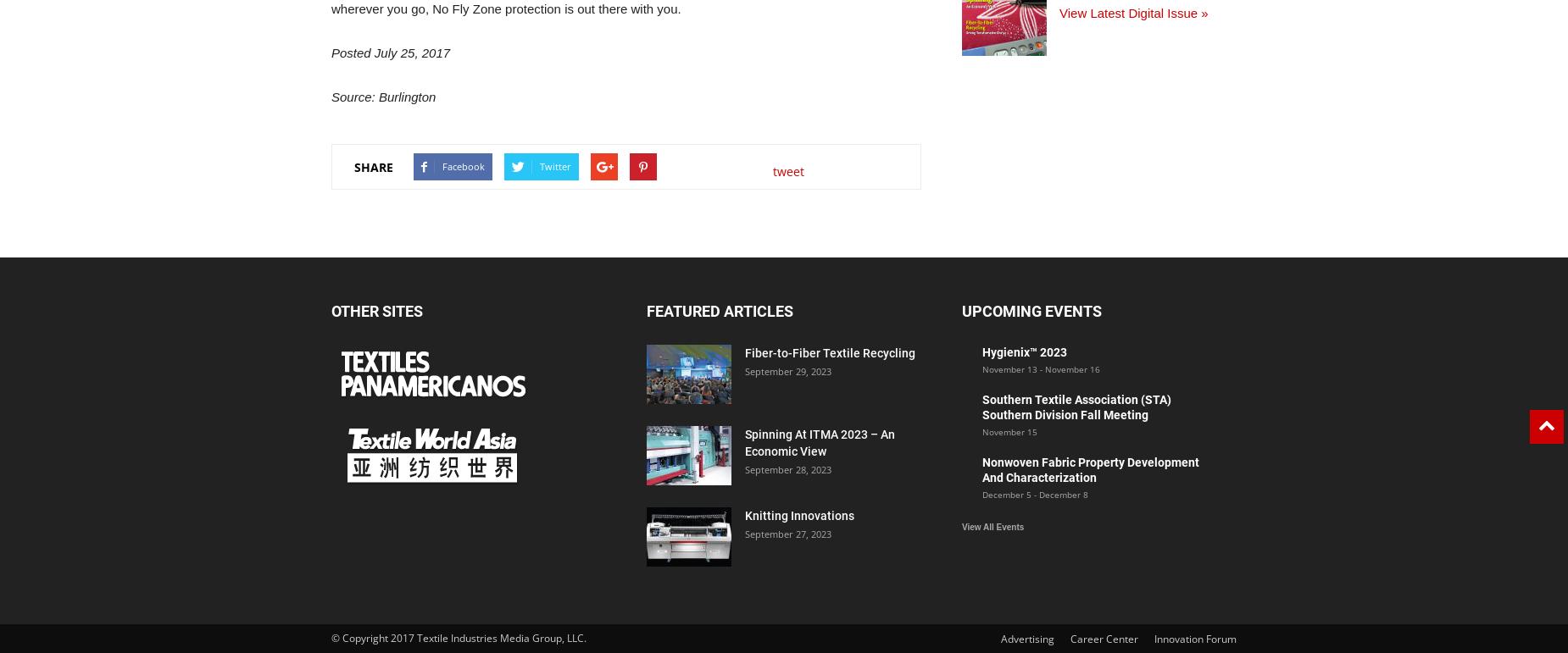 The width and height of the screenshot is (1568, 653). Describe the element at coordinates (720, 311) in the screenshot. I see `'FEATURED ARTICLES'` at that location.